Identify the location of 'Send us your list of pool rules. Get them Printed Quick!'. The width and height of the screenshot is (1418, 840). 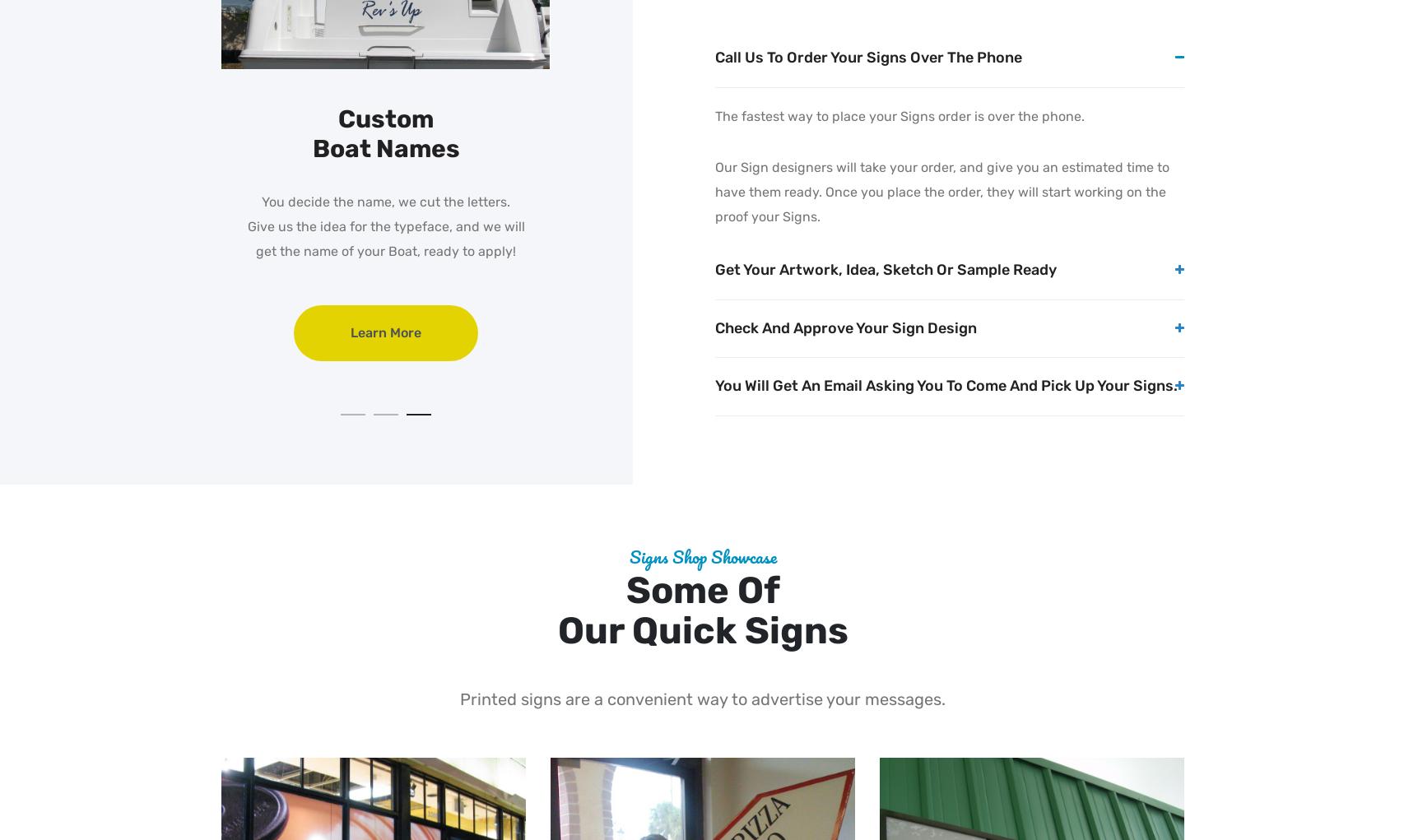
(385, 212).